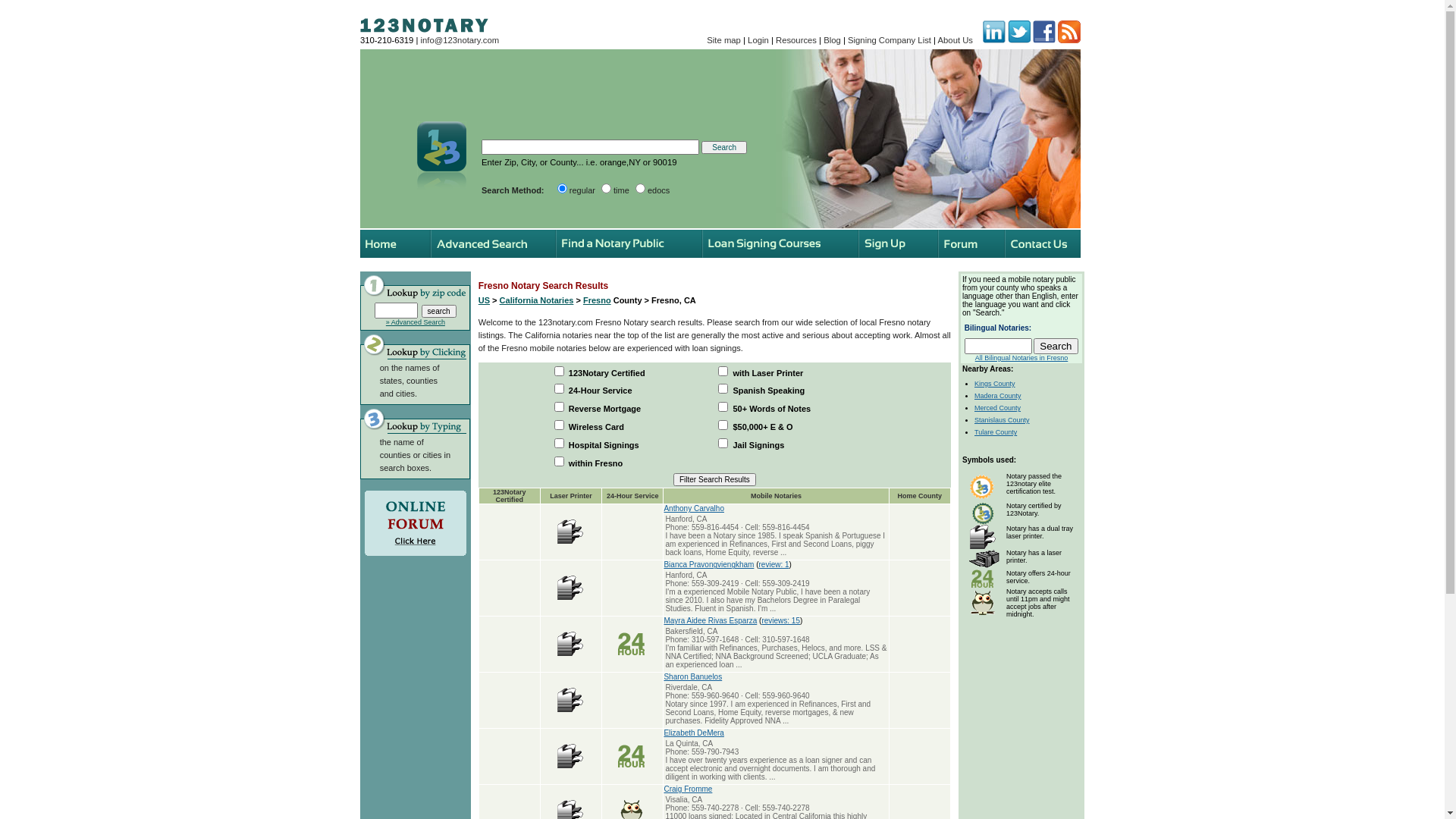 The width and height of the screenshot is (1456, 819). Describe the element at coordinates (605, 187) in the screenshot. I see `'time'` at that location.